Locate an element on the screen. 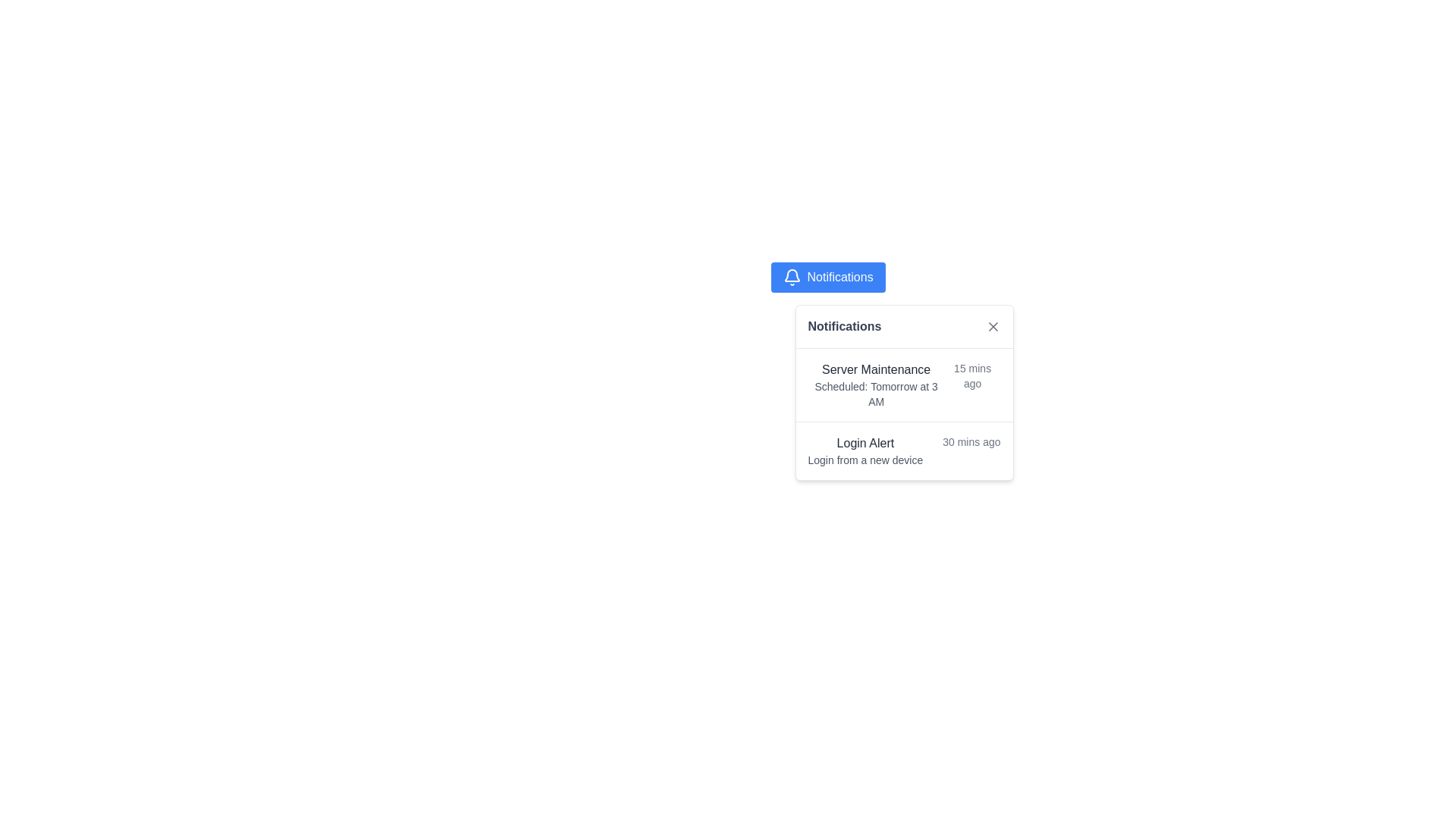 The image size is (1456, 819). the text label stating 'Scheduled: Tomorrow at 3 AM' located below 'Server Maintenance' in the notification card is located at coordinates (876, 394).